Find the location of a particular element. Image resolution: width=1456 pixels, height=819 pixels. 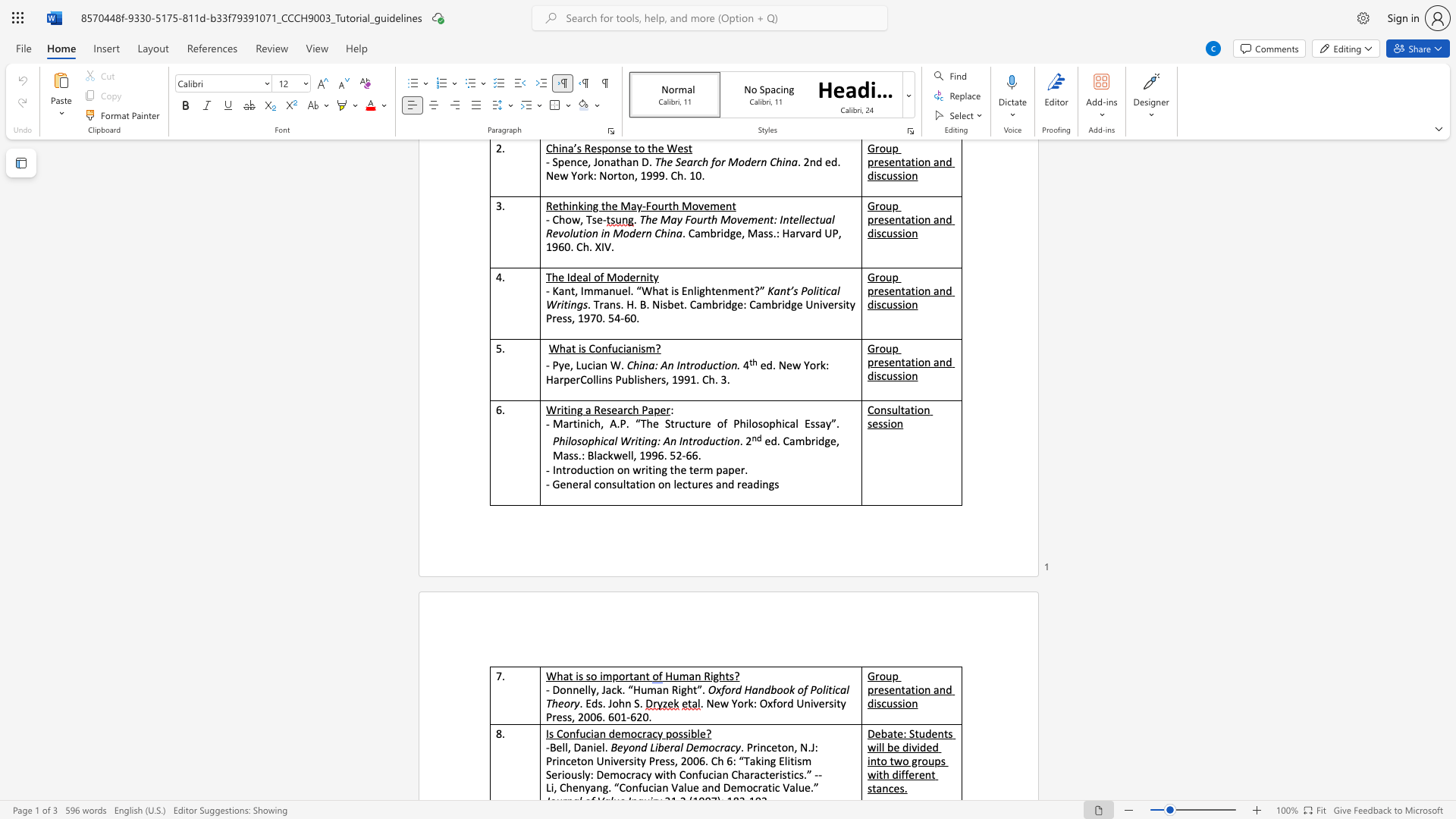

the subset text "n d" within the text "Is Confucian democracy possible?" is located at coordinates (598, 733).